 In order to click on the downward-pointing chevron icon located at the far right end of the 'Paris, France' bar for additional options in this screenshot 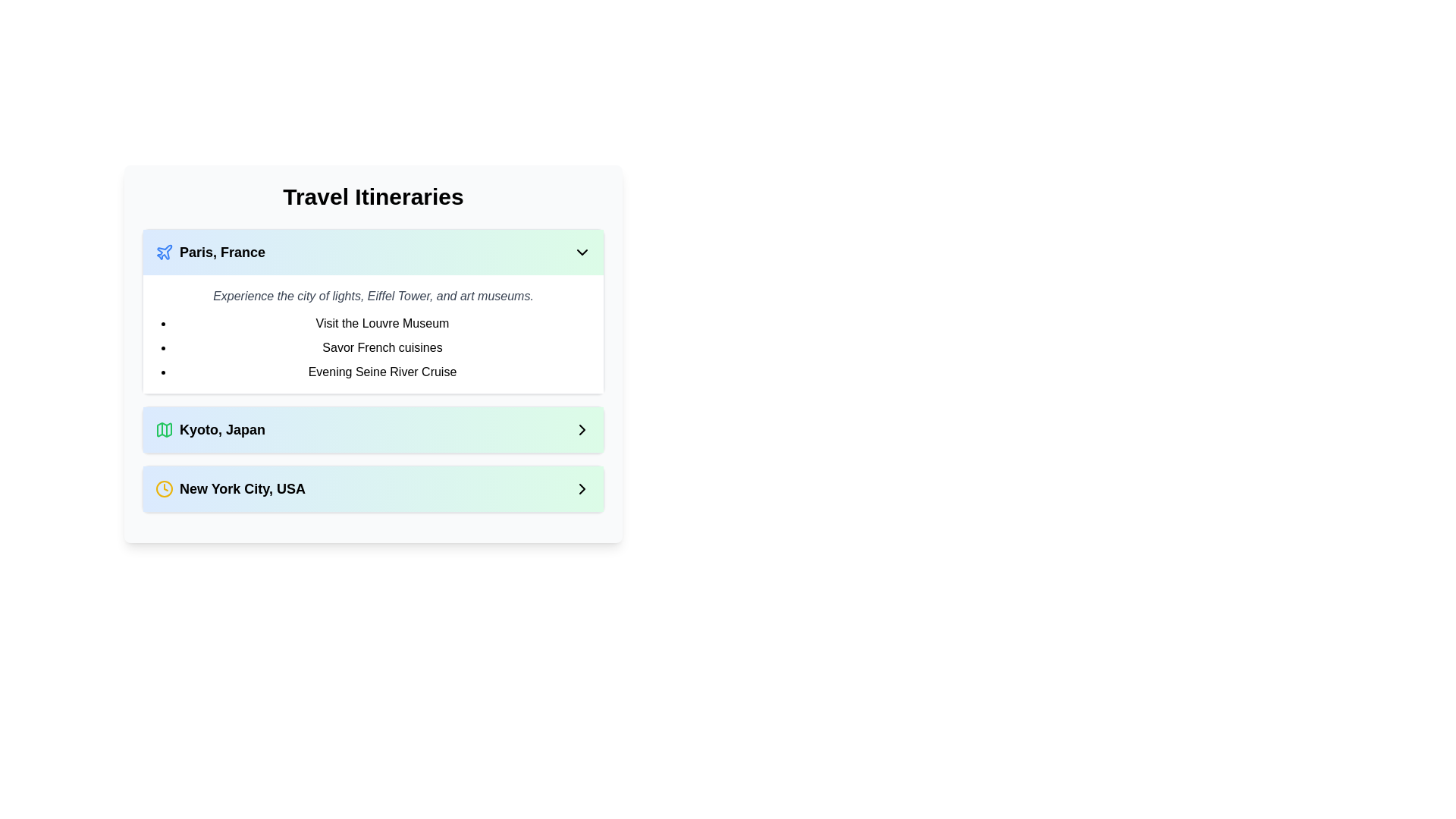, I will do `click(582, 251)`.